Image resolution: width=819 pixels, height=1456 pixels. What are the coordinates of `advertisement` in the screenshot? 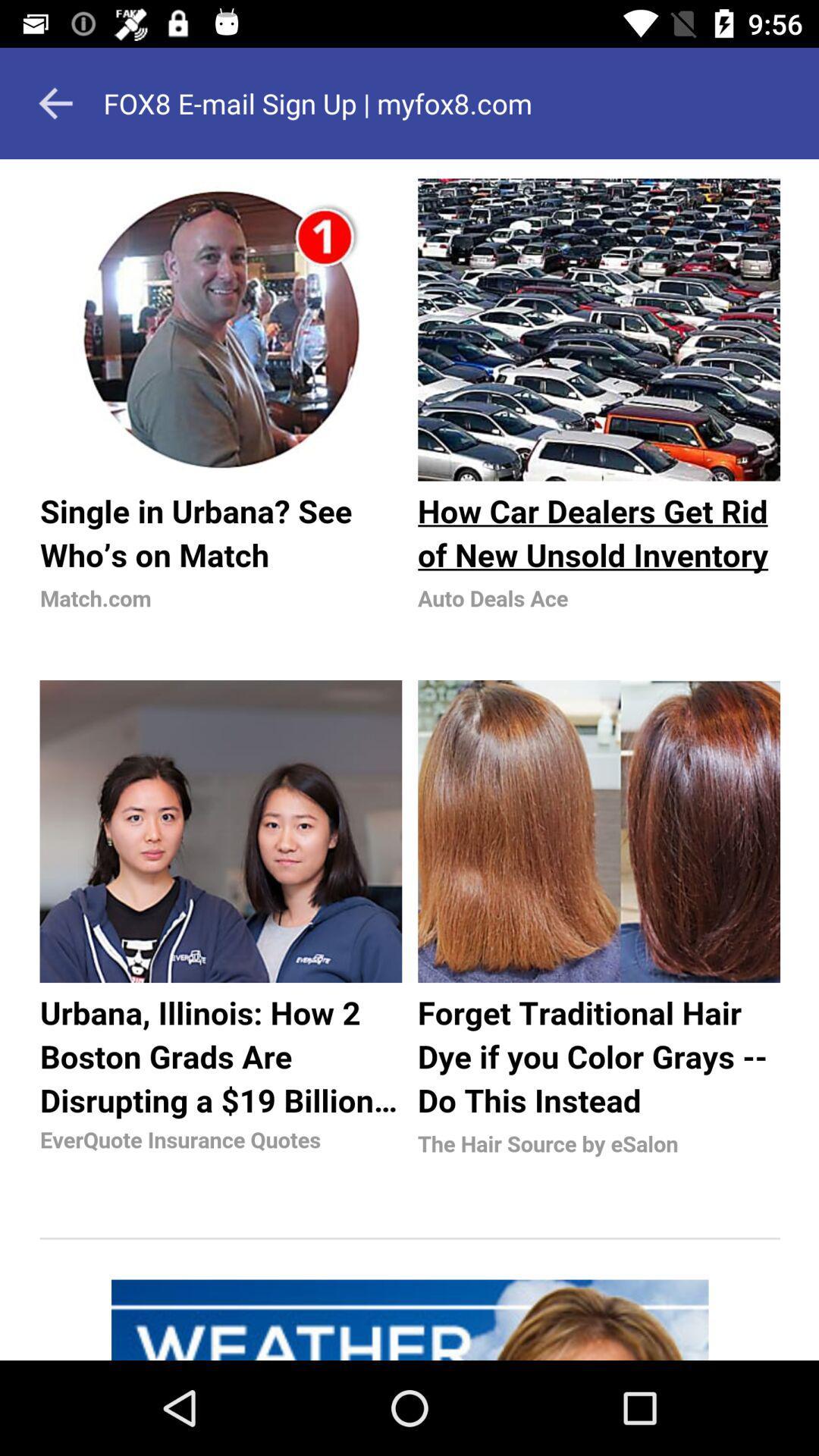 It's located at (409, 760).